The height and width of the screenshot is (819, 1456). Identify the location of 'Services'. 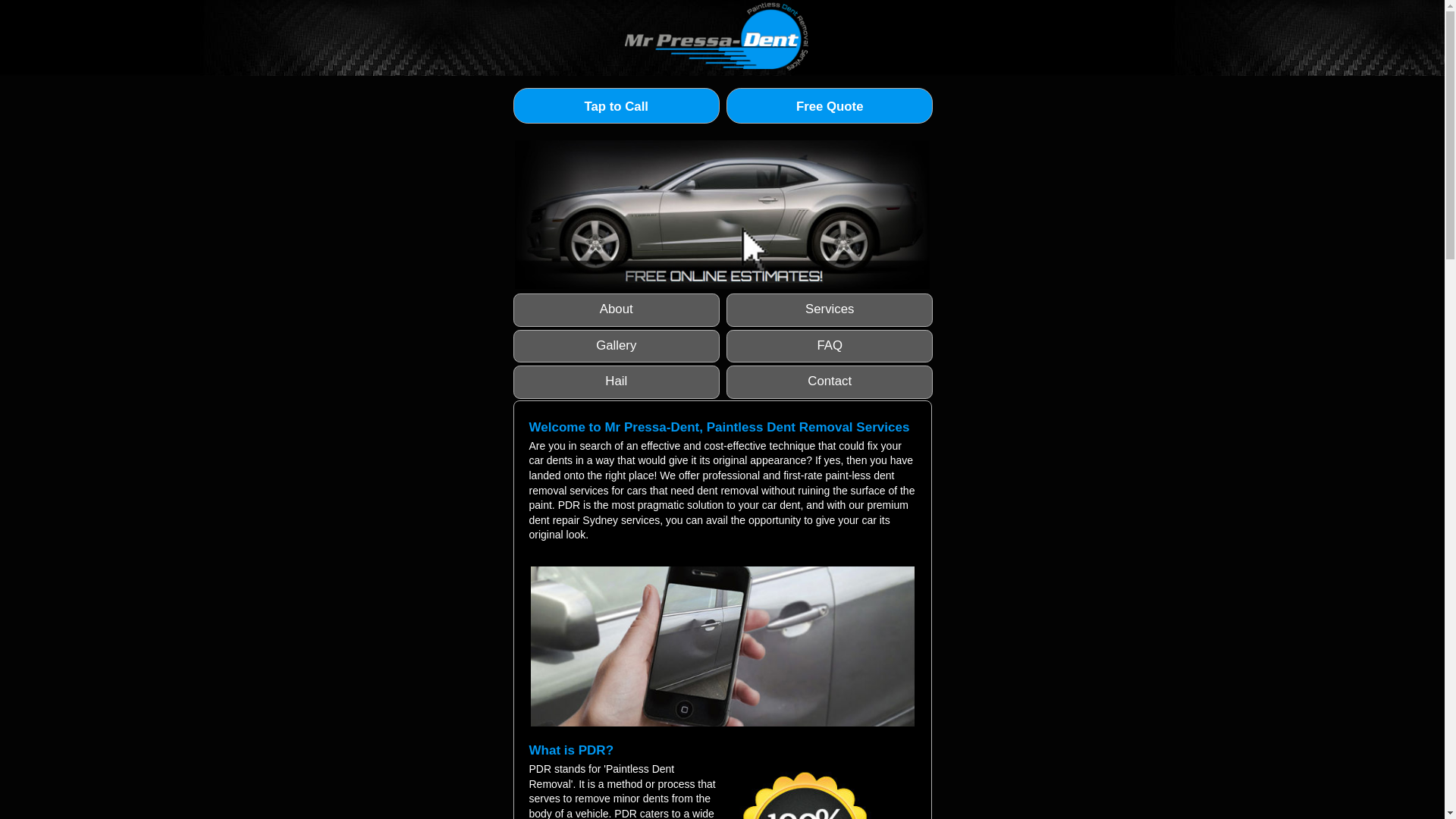
(829, 309).